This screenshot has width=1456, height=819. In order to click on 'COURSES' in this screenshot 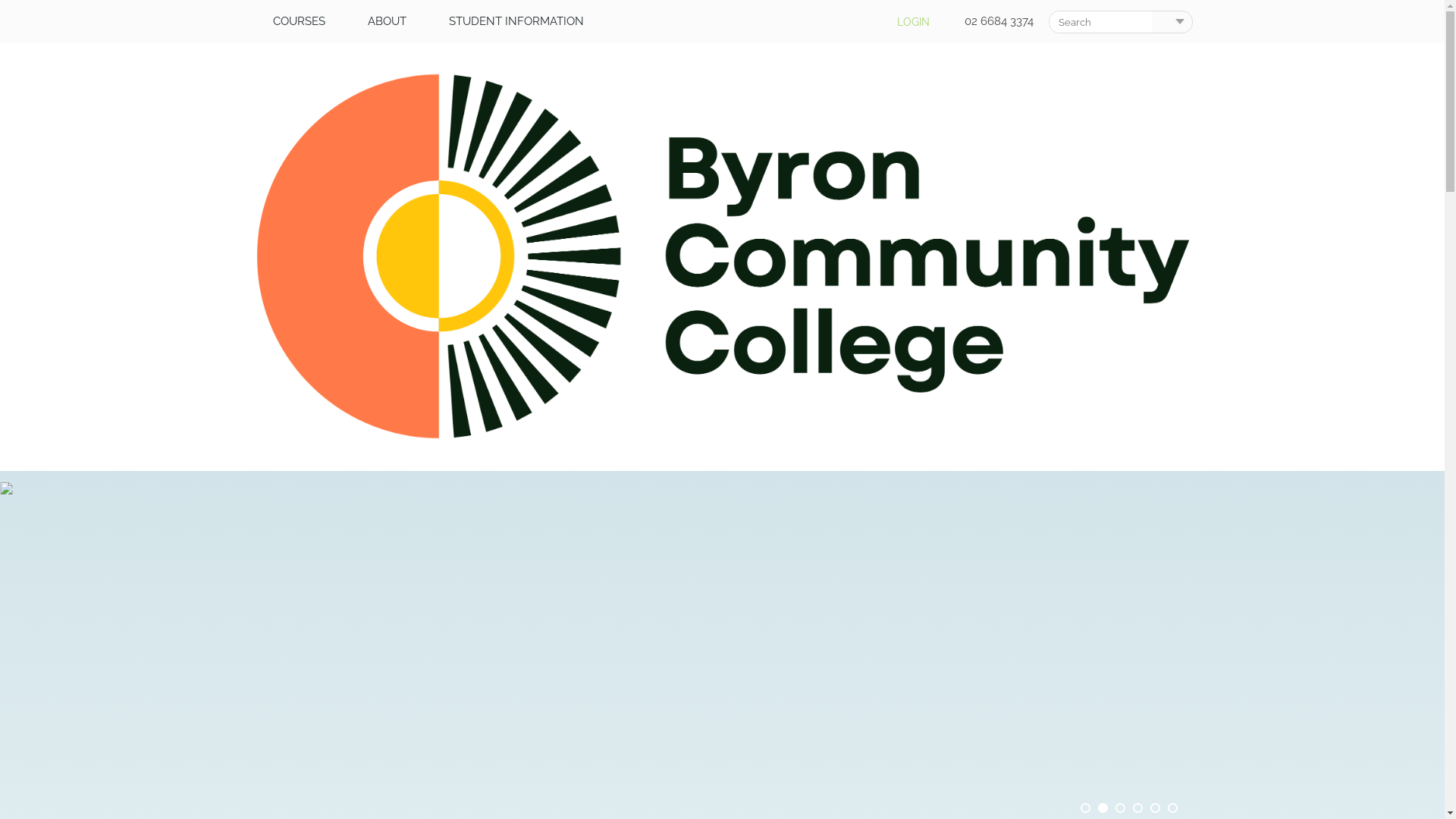, I will do `click(251, 20)`.